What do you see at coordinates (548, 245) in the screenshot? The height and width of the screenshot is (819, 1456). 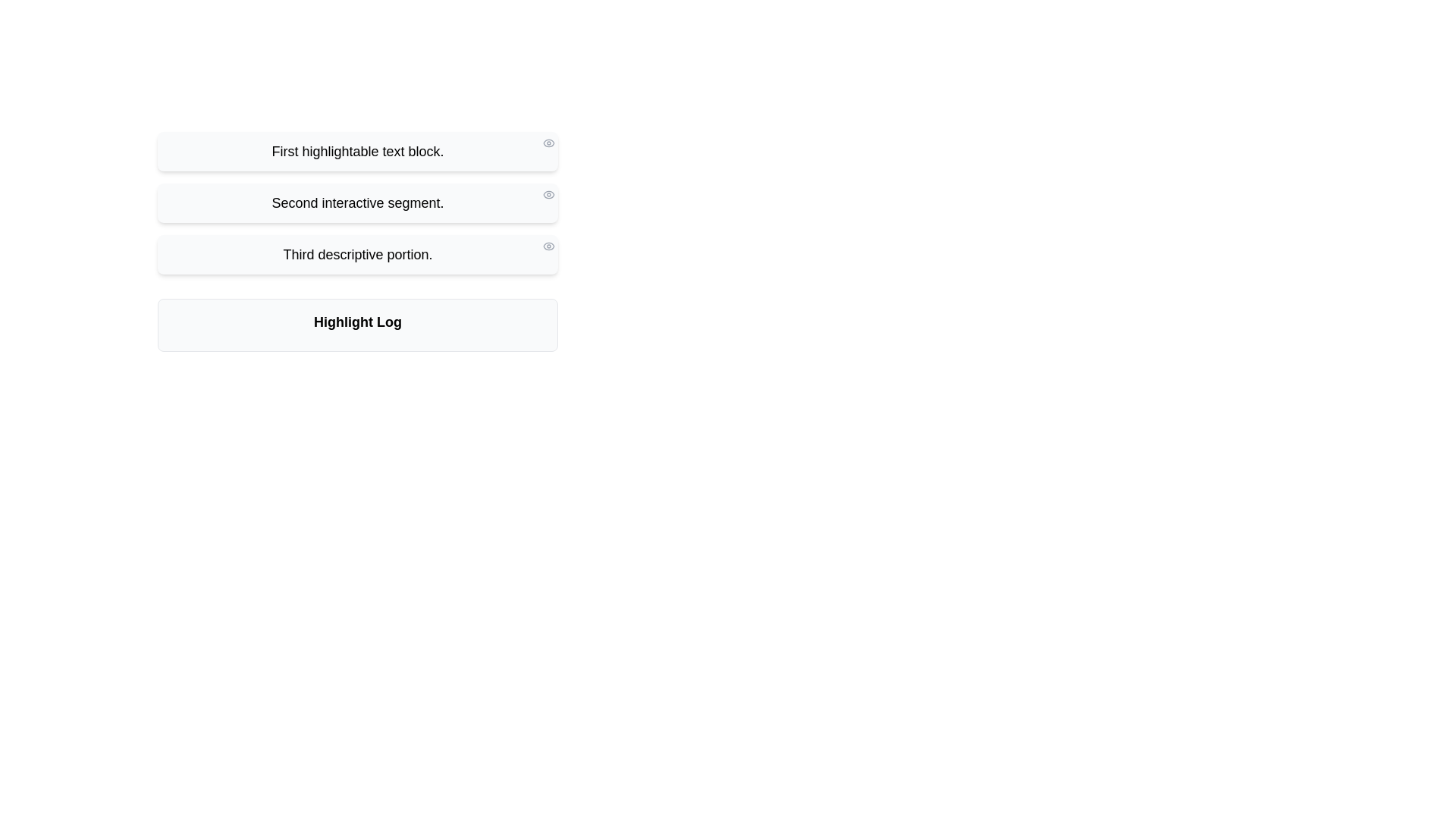 I see `the eye-shaped icon outlined in a circular design, located to the right of the label 'Third descriptive portion.'` at bounding box center [548, 245].